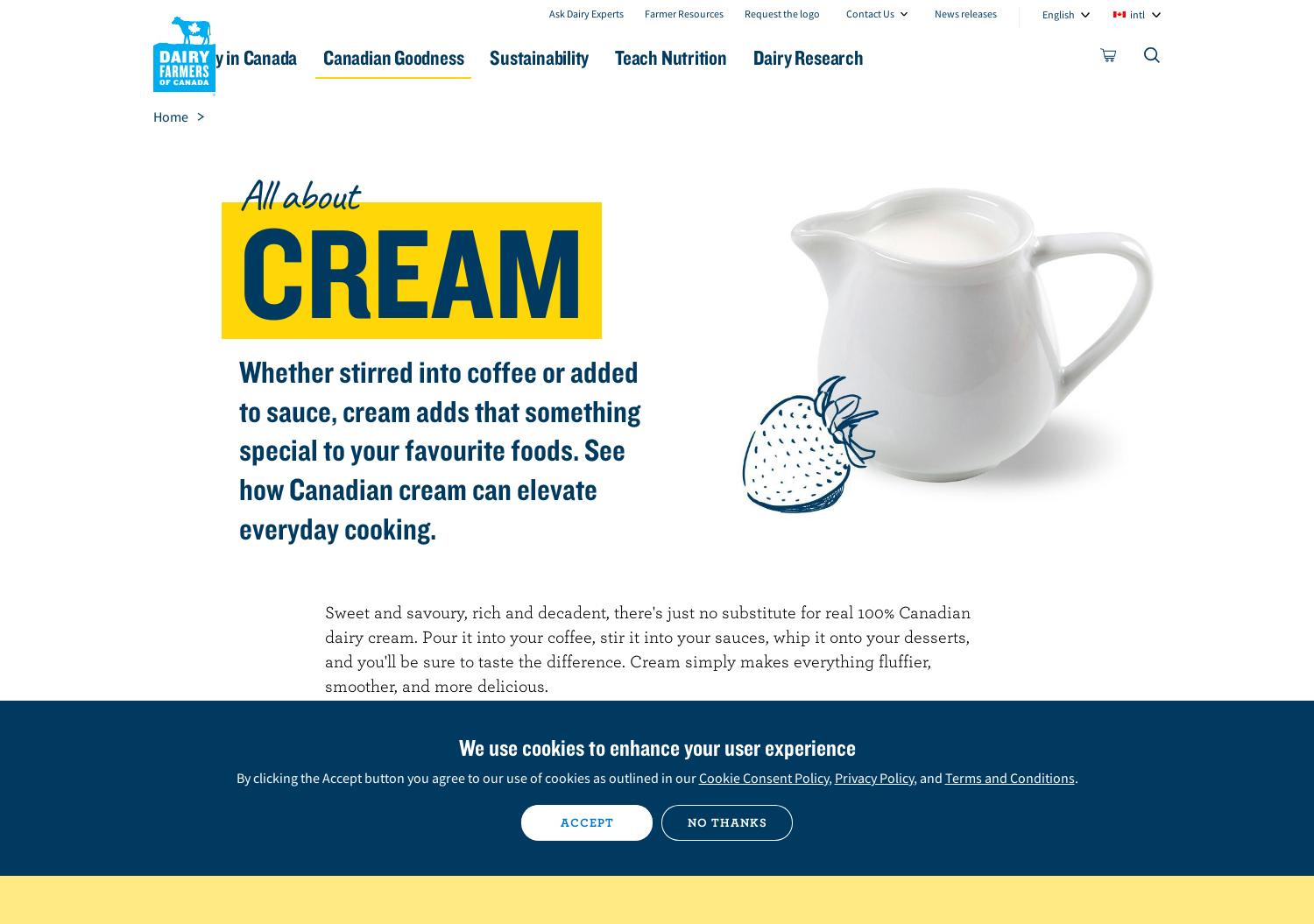 This screenshot has height=924, width=1314. I want to click on 'Sweet and savoury, rich and decadent, there's just no substitute for real 100% Canadian dairy cream. Pour it into your coffee, stir it into your sauces, whip it onto your desserts, and you'll be sure to taste the difference. Cream simply makes everything fluffier, smoother, and more delicious.', so click(646, 648).